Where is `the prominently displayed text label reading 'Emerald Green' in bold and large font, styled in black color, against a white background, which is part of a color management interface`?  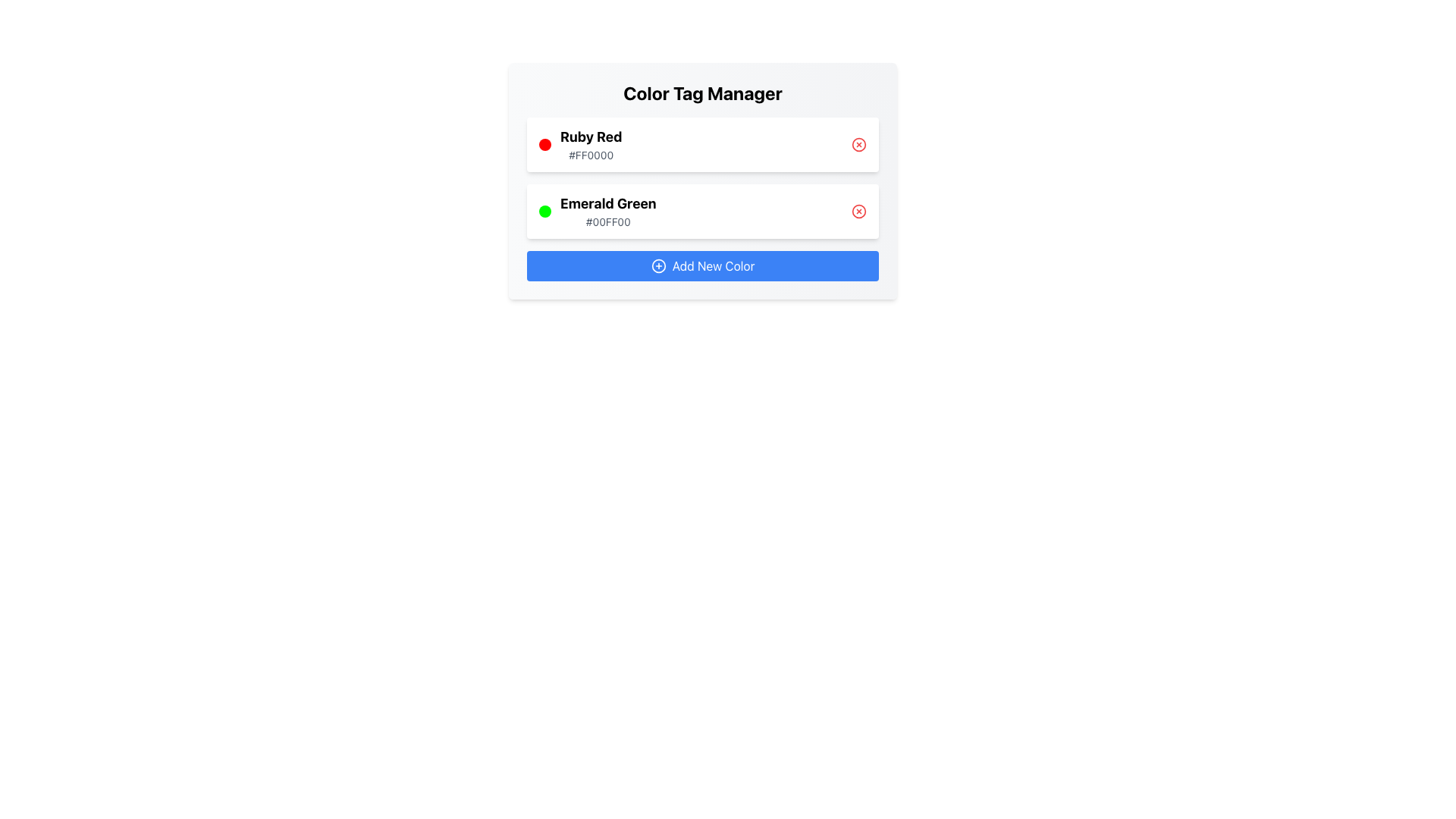
the prominently displayed text label reading 'Emerald Green' in bold and large font, styled in black color, against a white background, which is part of a color management interface is located at coordinates (608, 203).